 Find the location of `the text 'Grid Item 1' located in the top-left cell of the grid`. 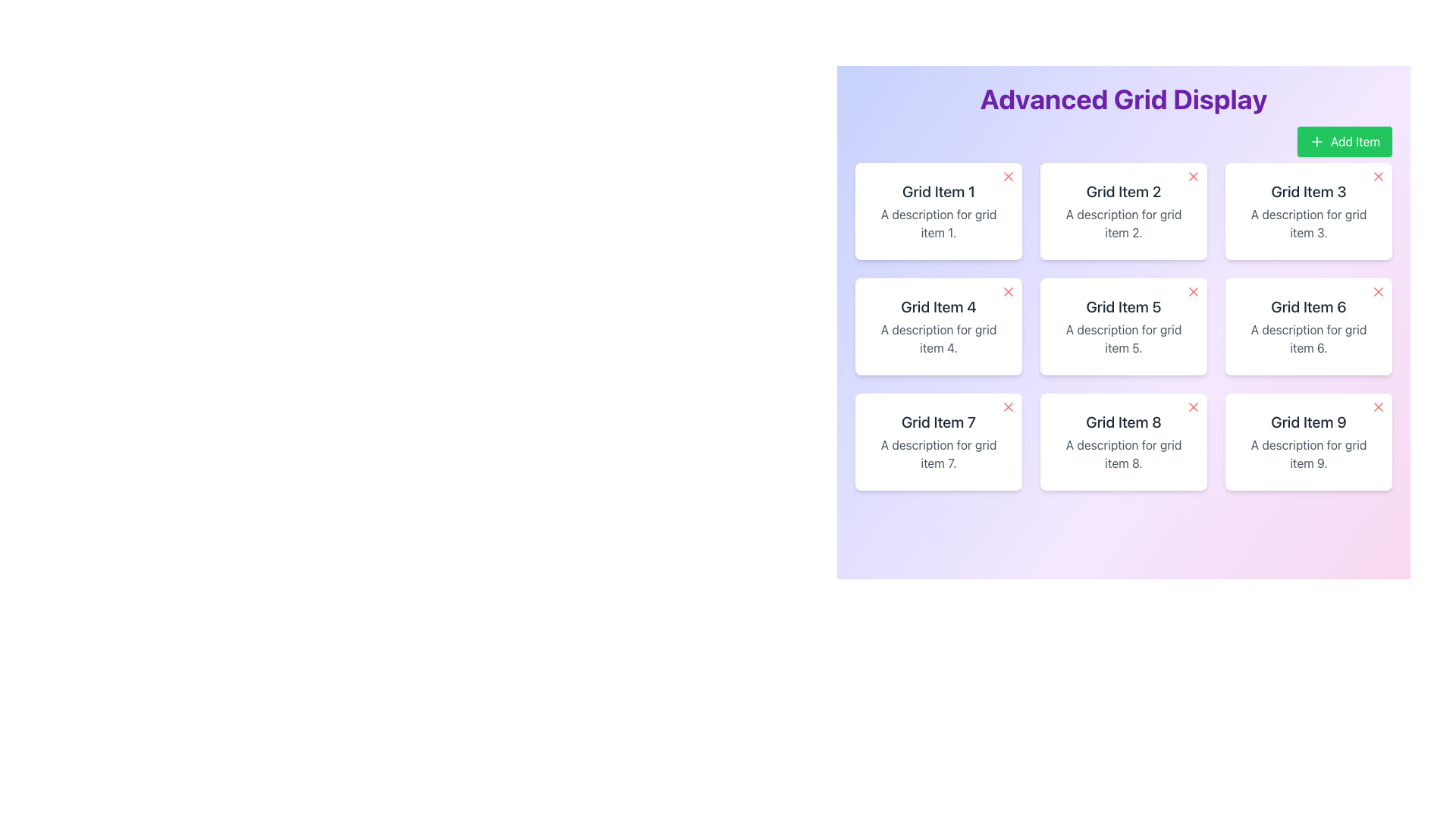

the text 'Grid Item 1' located in the top-left cell of the grid is located at coordinates (938, 191).